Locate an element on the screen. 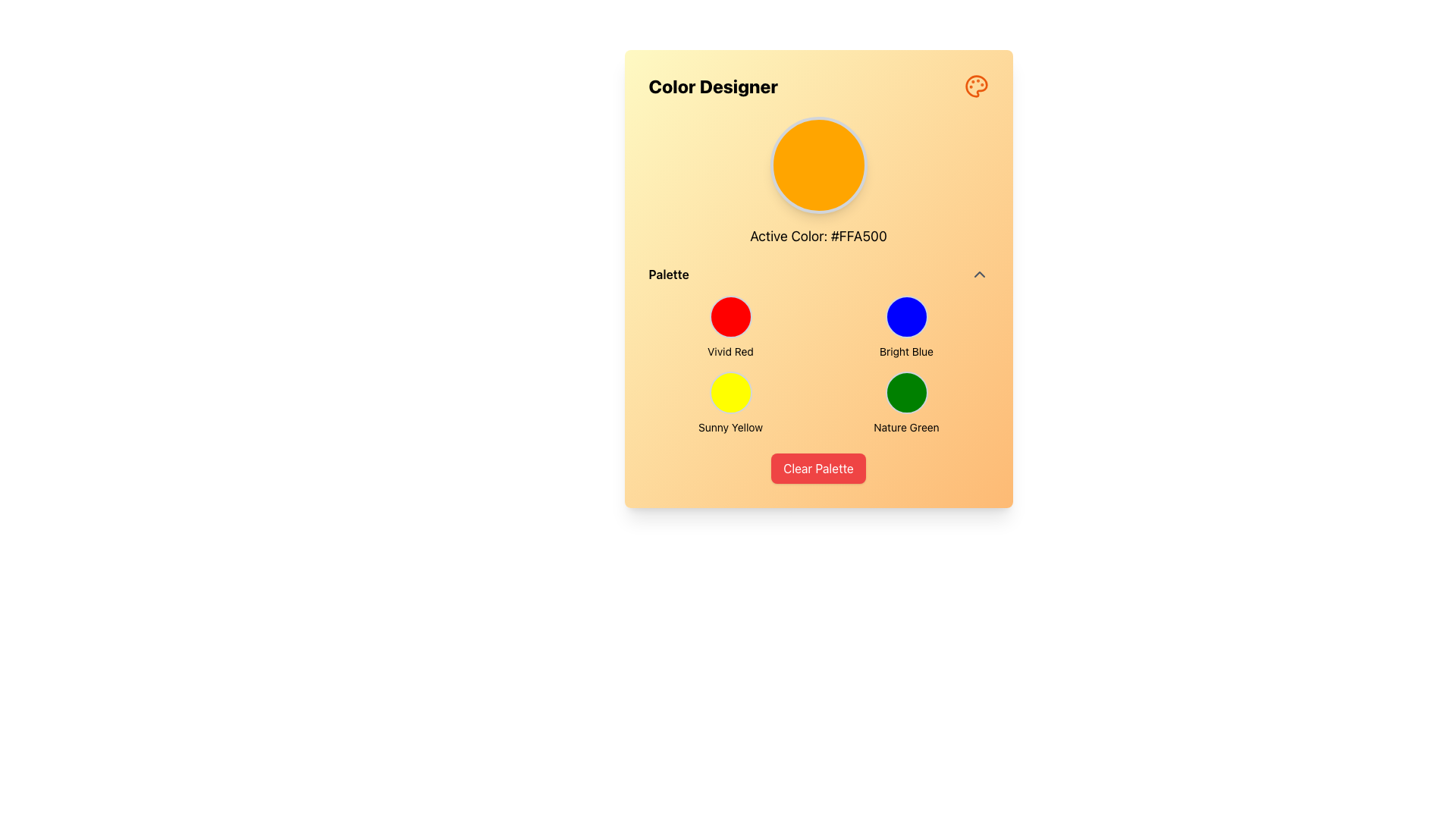 The width and height of the screenshot is (1456, 819). the Text Label that identifies the blue color swatch in the 'Color Designer' dialog under the 'Palette' section is located at coordinates (906, 351).